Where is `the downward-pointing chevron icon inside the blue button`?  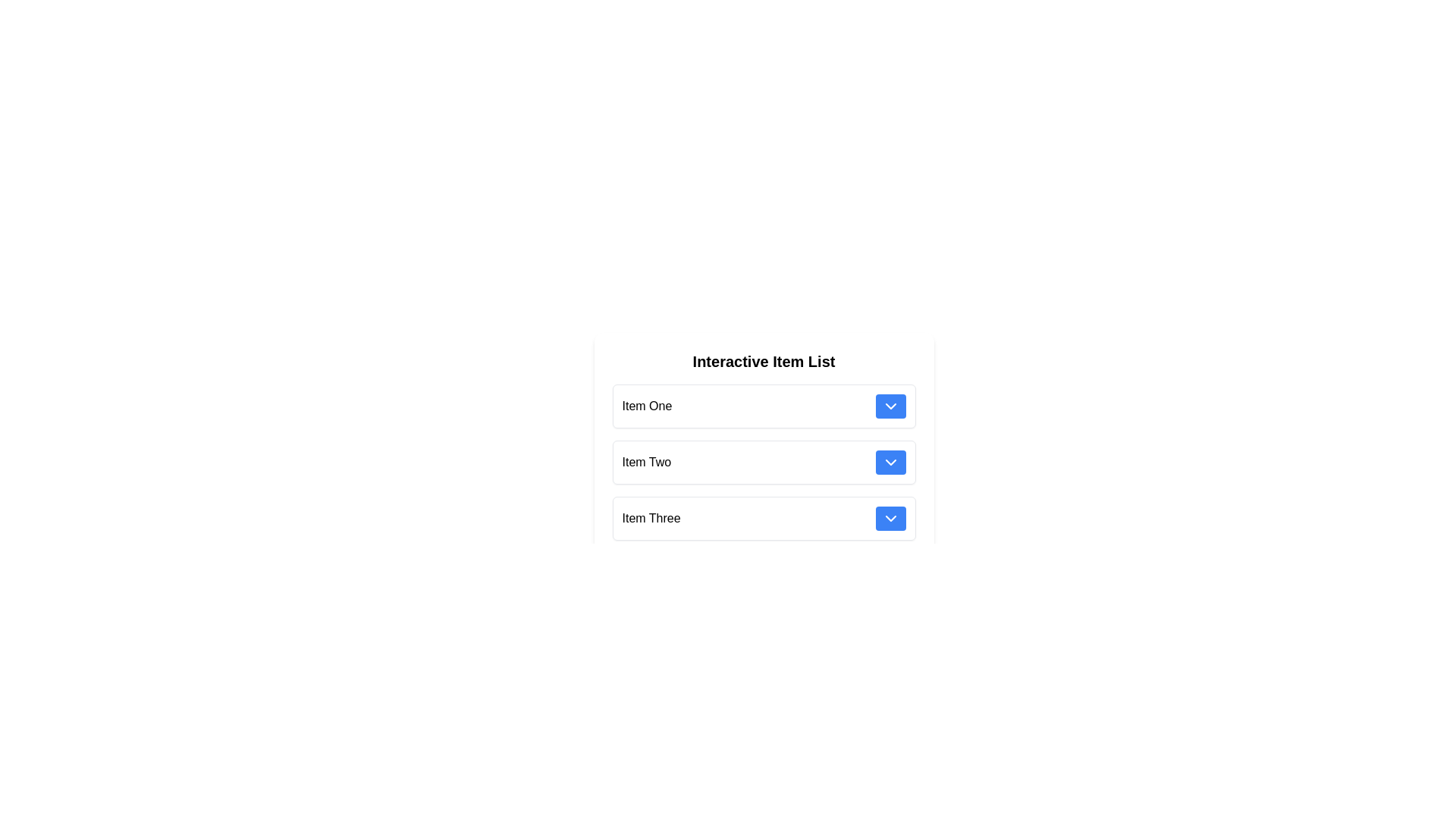 the downward-pointing chevron icon inside the blue button is located at coordinates (890, 406).